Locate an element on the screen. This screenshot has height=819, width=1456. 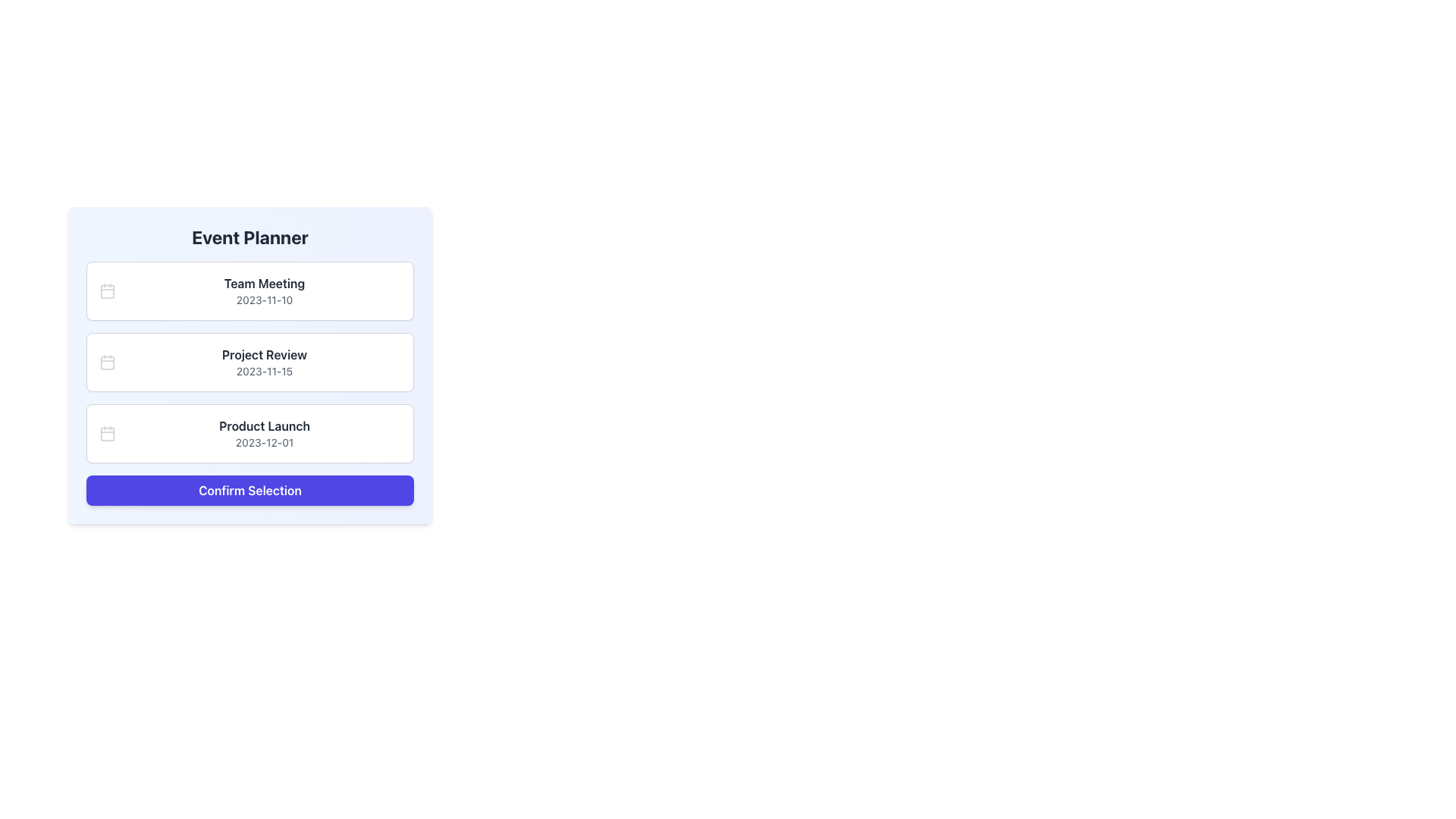
the main text content of the second row within the list of events in the 'Event Planner' interface, which displays descriptive information about an event is located at coordinates (265, 362).